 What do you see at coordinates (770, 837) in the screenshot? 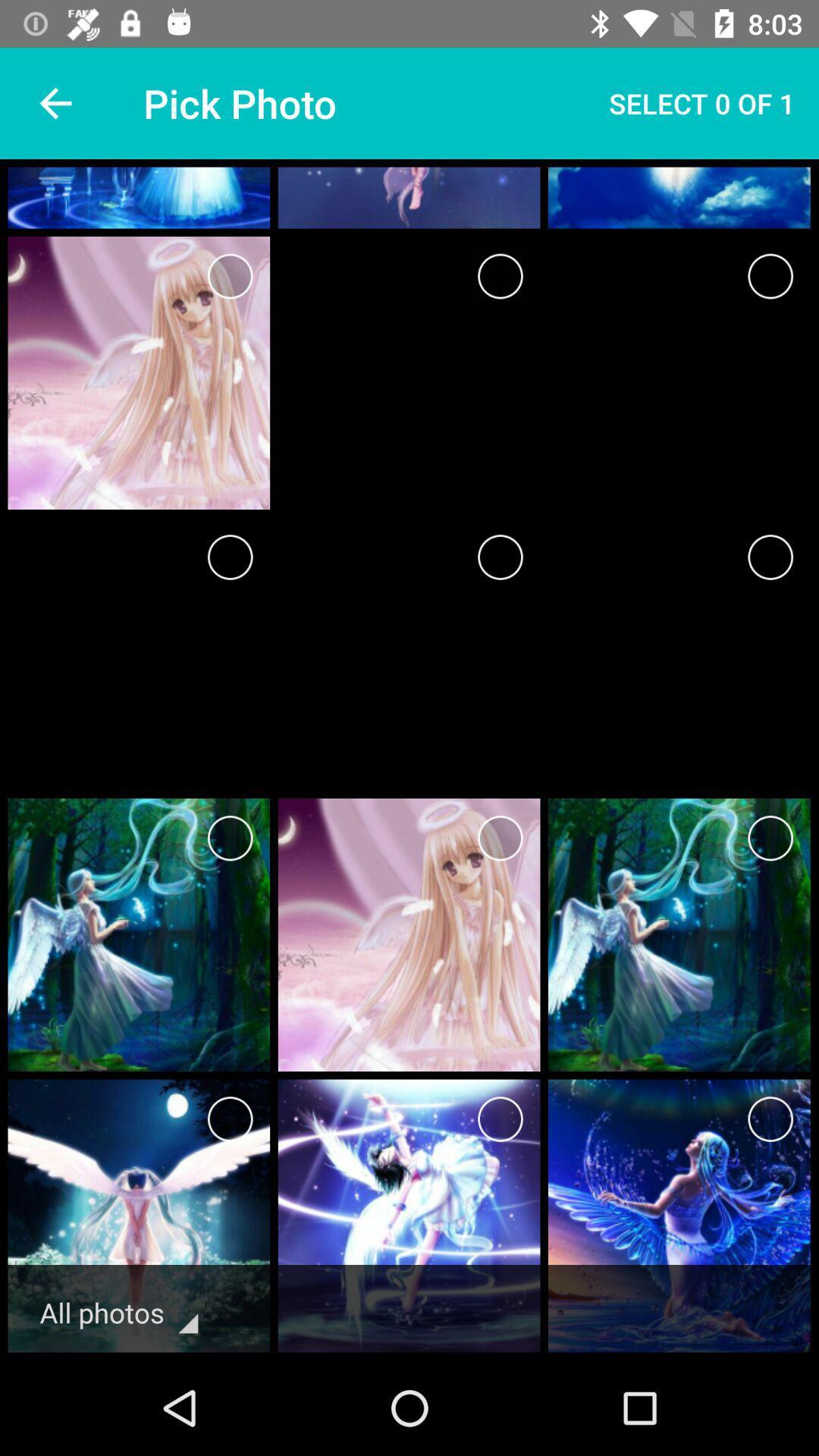
I see `menu pega` at bounding box center [770, 837].